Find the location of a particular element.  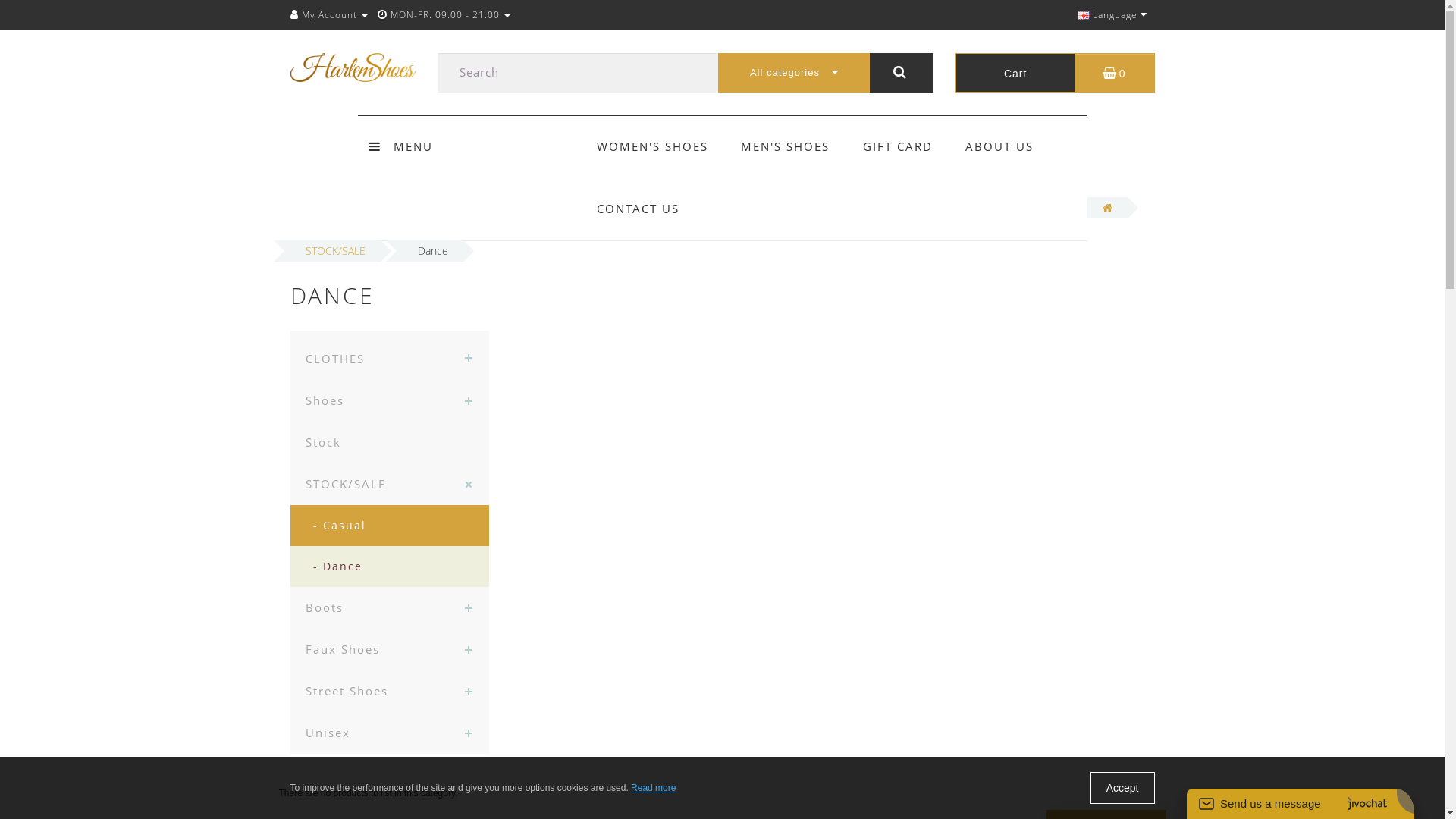

'Cart is located at coordinates (1054, 73).